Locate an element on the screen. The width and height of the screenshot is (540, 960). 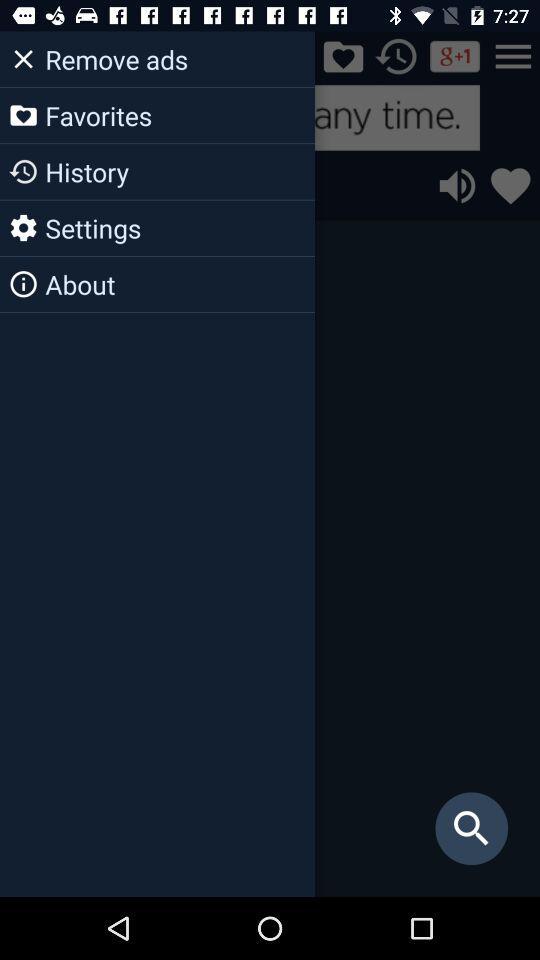
the font icon is located at coordinates (133, 55).